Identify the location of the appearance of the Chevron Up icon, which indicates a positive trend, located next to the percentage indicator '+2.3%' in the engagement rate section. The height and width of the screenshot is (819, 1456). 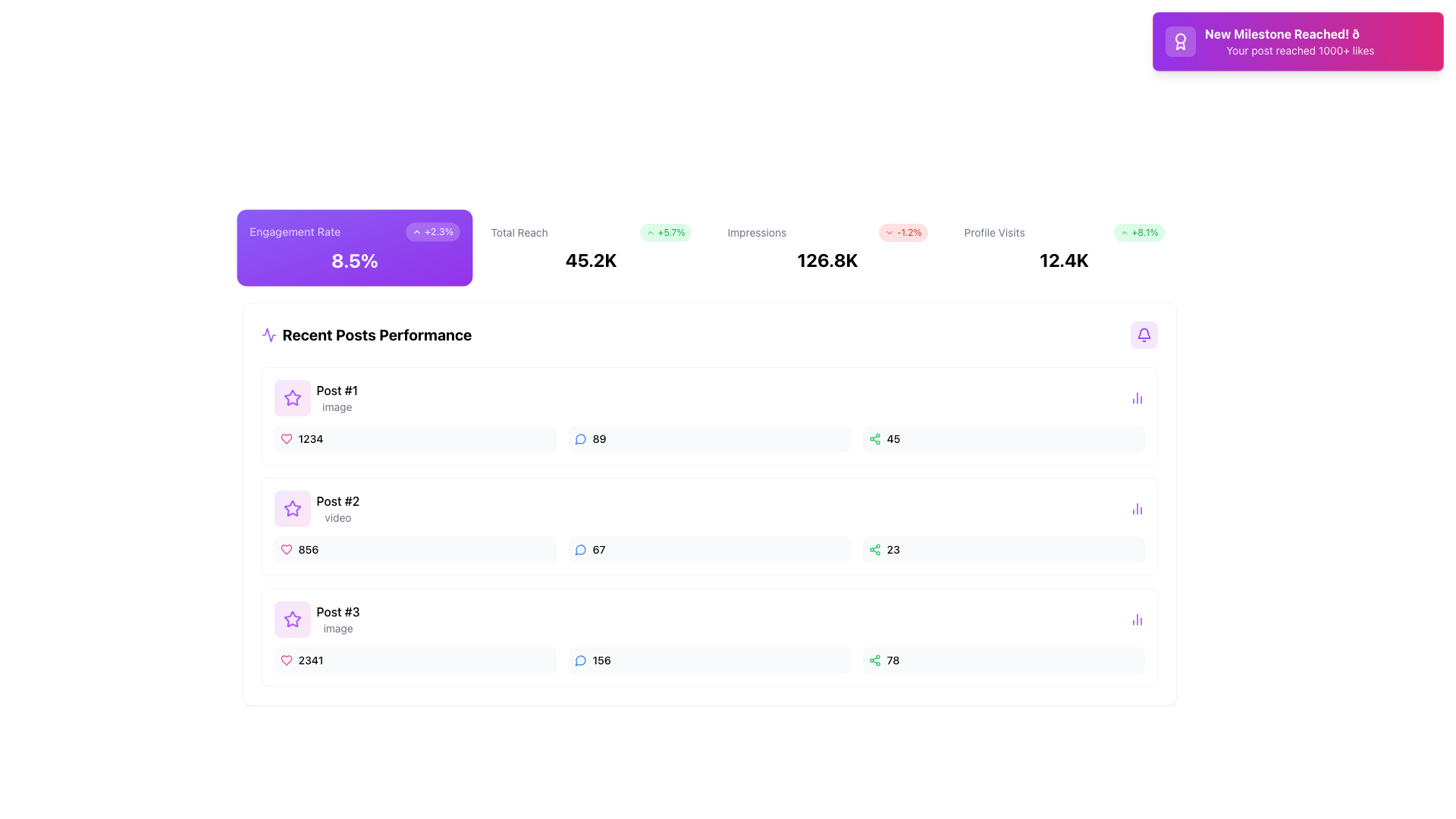
(416, 231).